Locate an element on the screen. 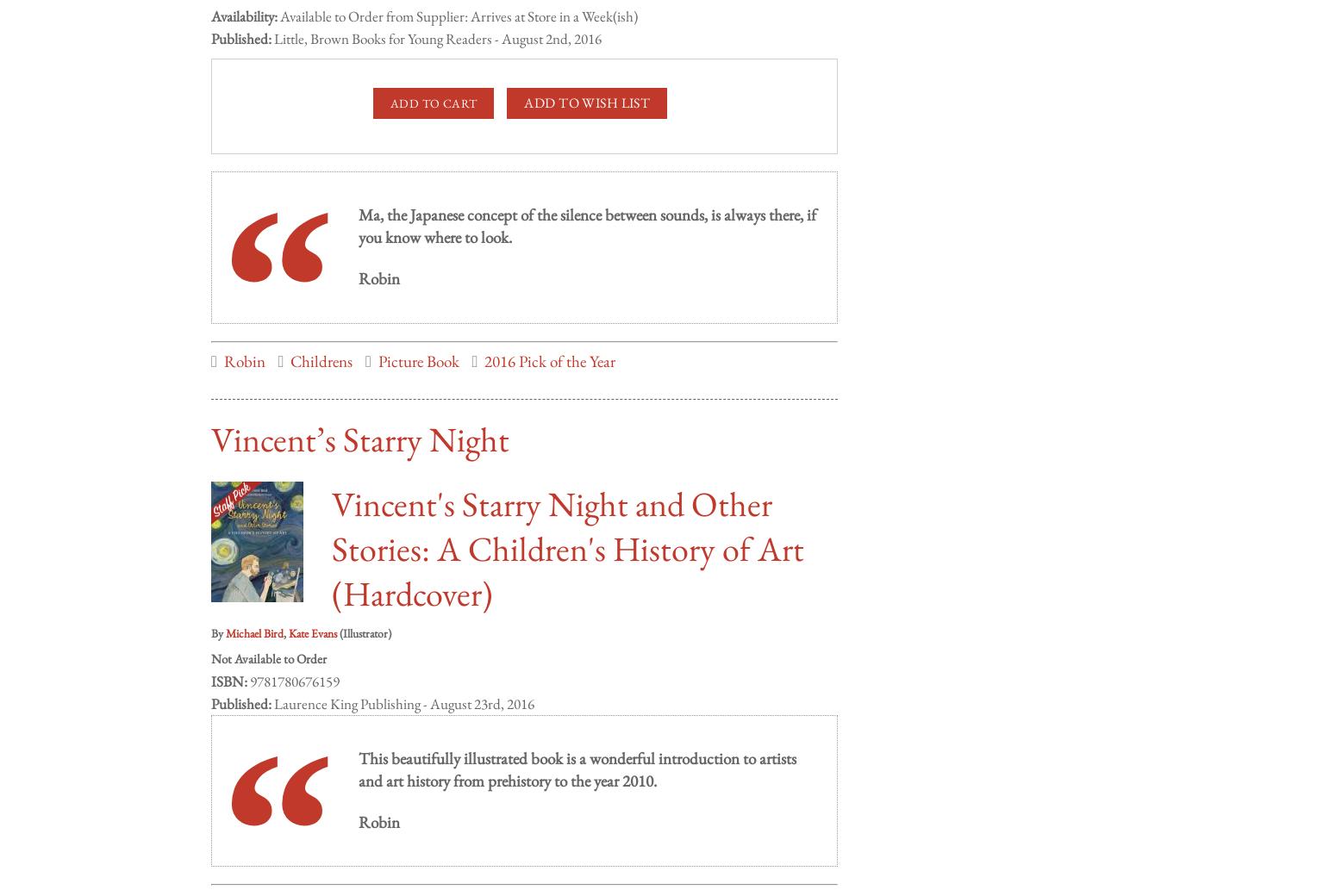  'Childrens' is located at coordinates (320, 344).